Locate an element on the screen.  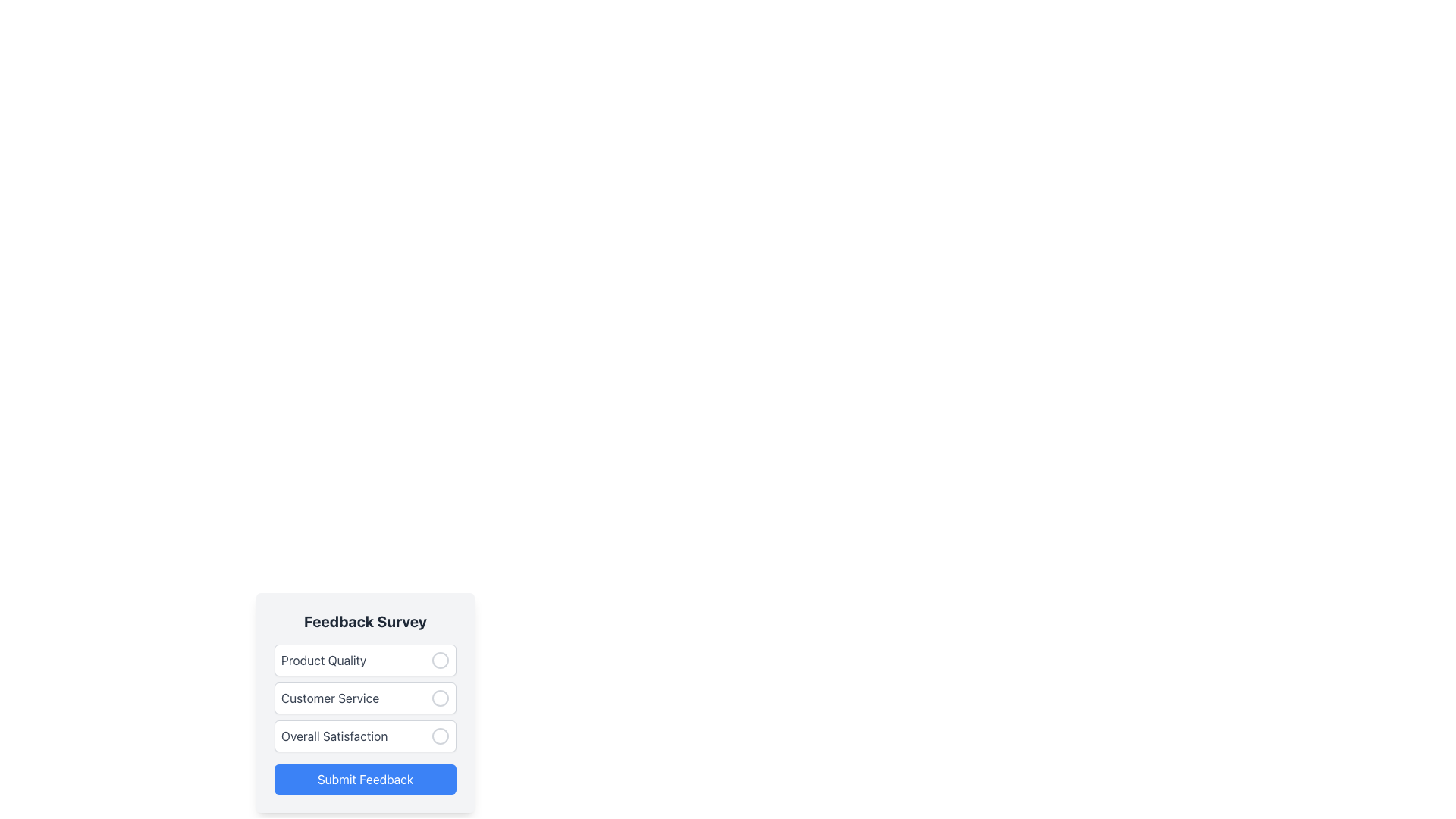
the circular radio button located to the right of the text 'Customer Service' in the feedback form layout is located at coordinates (439, 698).